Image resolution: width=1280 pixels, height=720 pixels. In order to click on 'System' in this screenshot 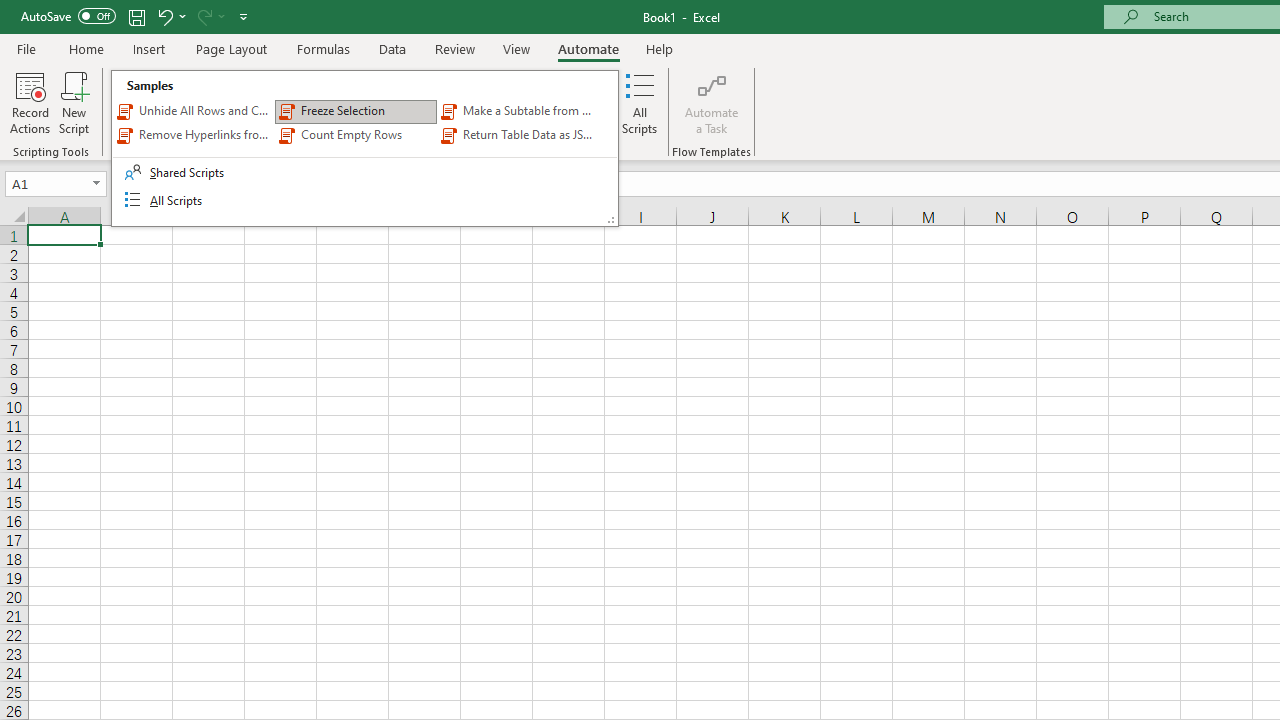, I will do `click(10, 11)`.